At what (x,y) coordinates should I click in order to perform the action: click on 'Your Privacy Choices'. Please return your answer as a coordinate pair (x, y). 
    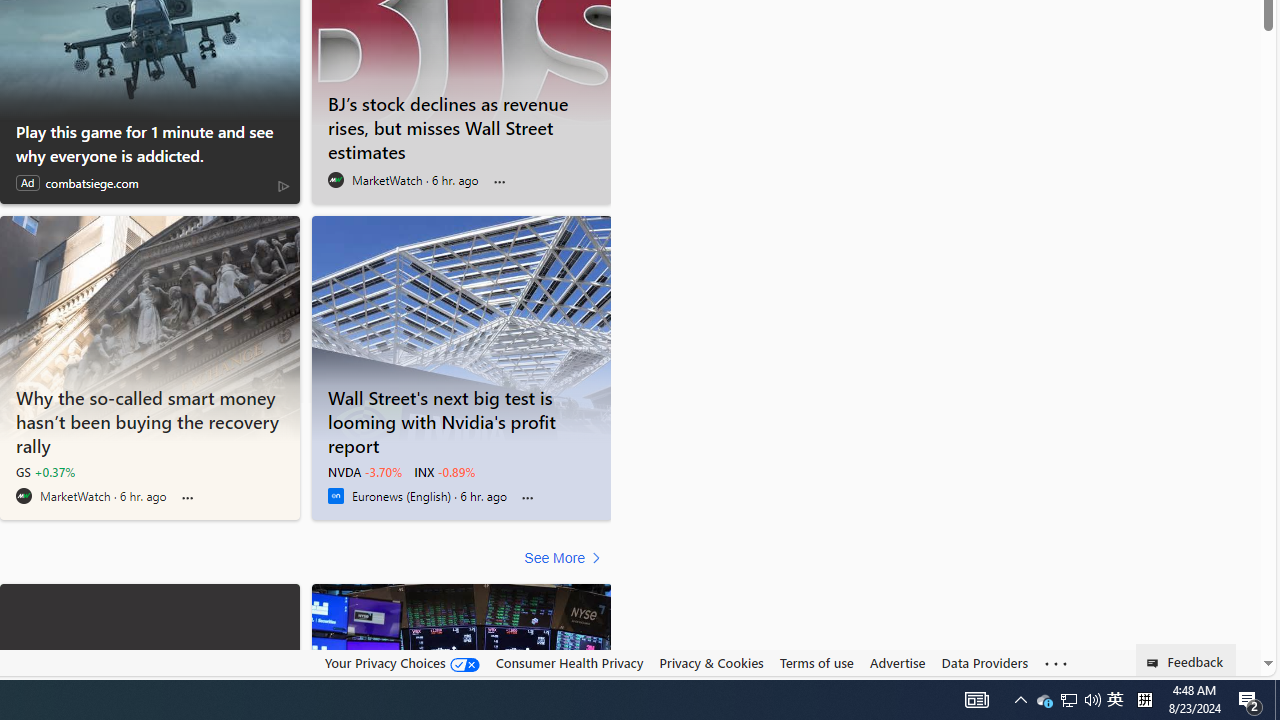
    Looking at the image, I should click on (400, 663).